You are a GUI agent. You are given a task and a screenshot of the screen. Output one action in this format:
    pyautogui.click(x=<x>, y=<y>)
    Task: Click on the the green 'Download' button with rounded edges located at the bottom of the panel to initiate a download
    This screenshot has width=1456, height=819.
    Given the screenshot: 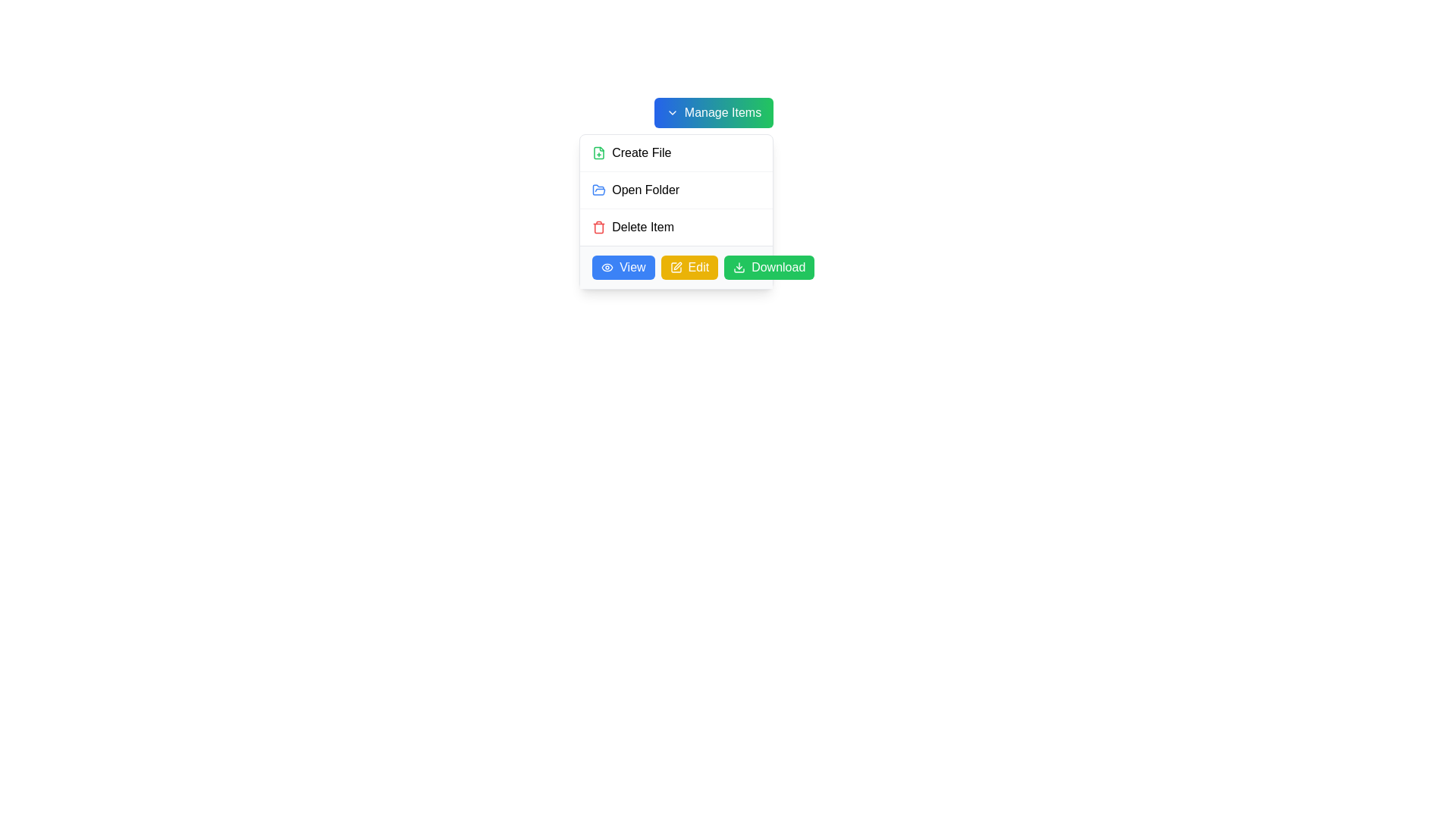 What is the action you would take?
    pyautogui.click(x=769, y=267)
    